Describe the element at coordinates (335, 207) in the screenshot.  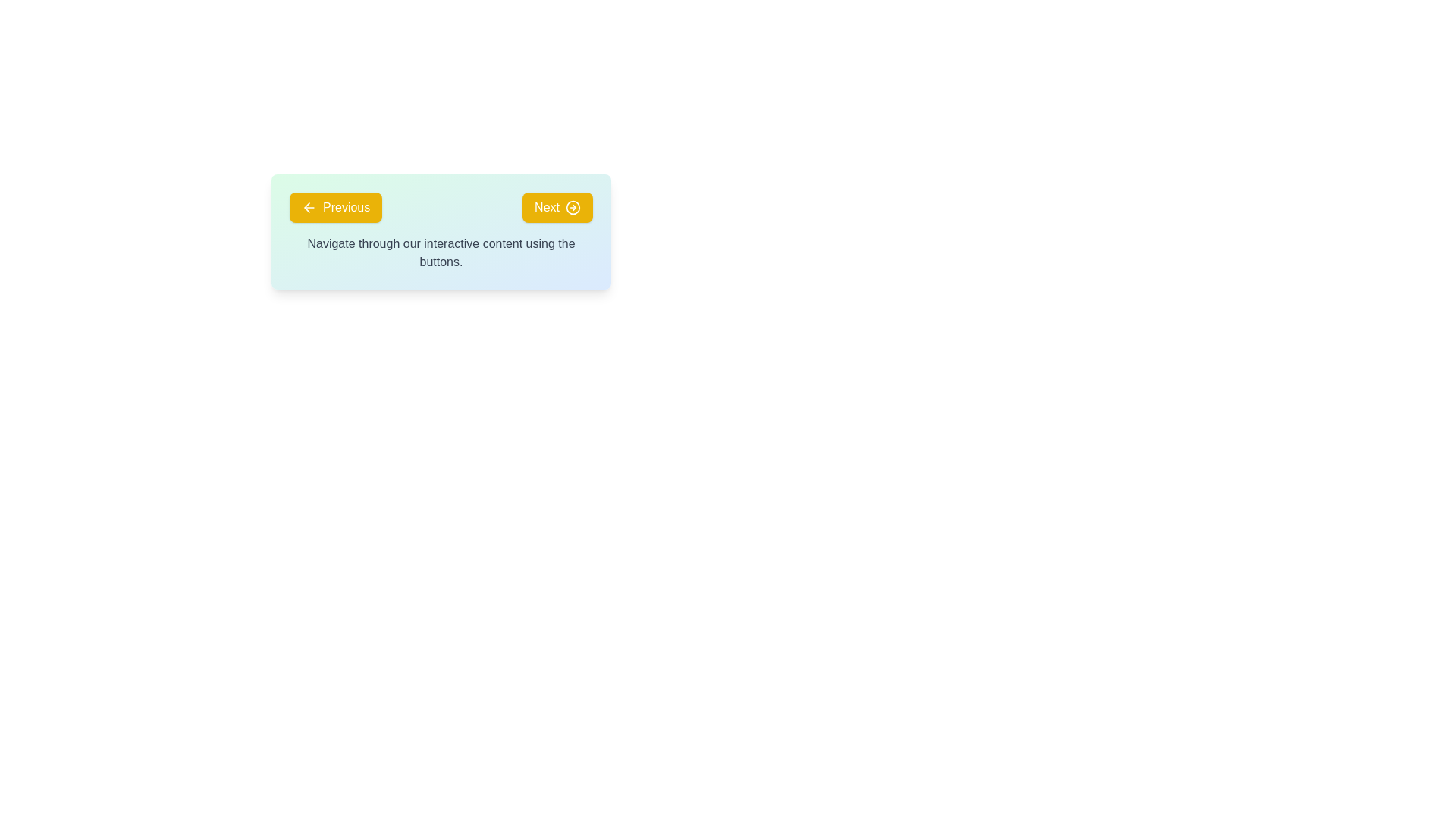
I see `the 'Previous' button located in the top-left quadrant of the interface` at that location.